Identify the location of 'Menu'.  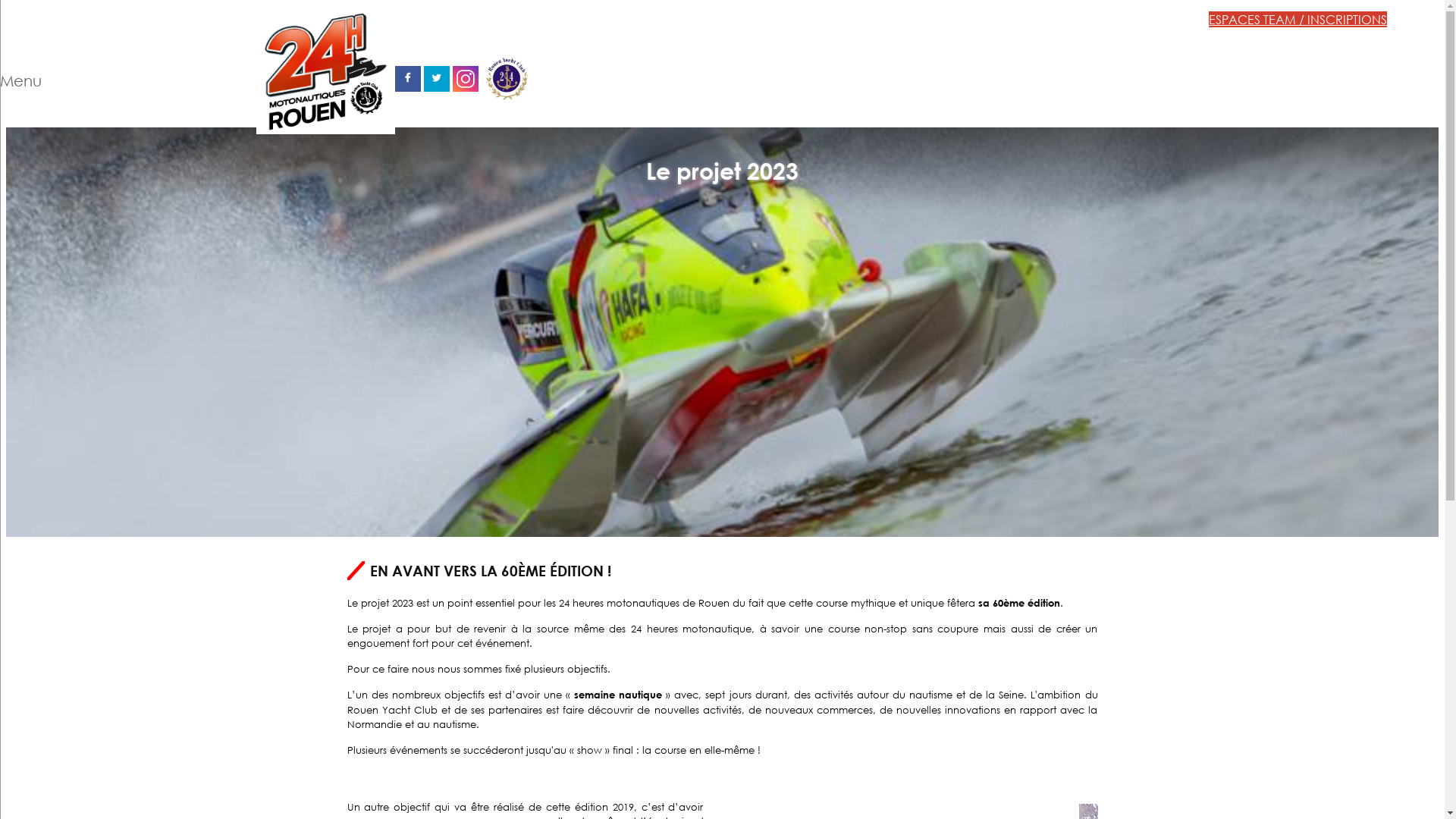
(93, 53).